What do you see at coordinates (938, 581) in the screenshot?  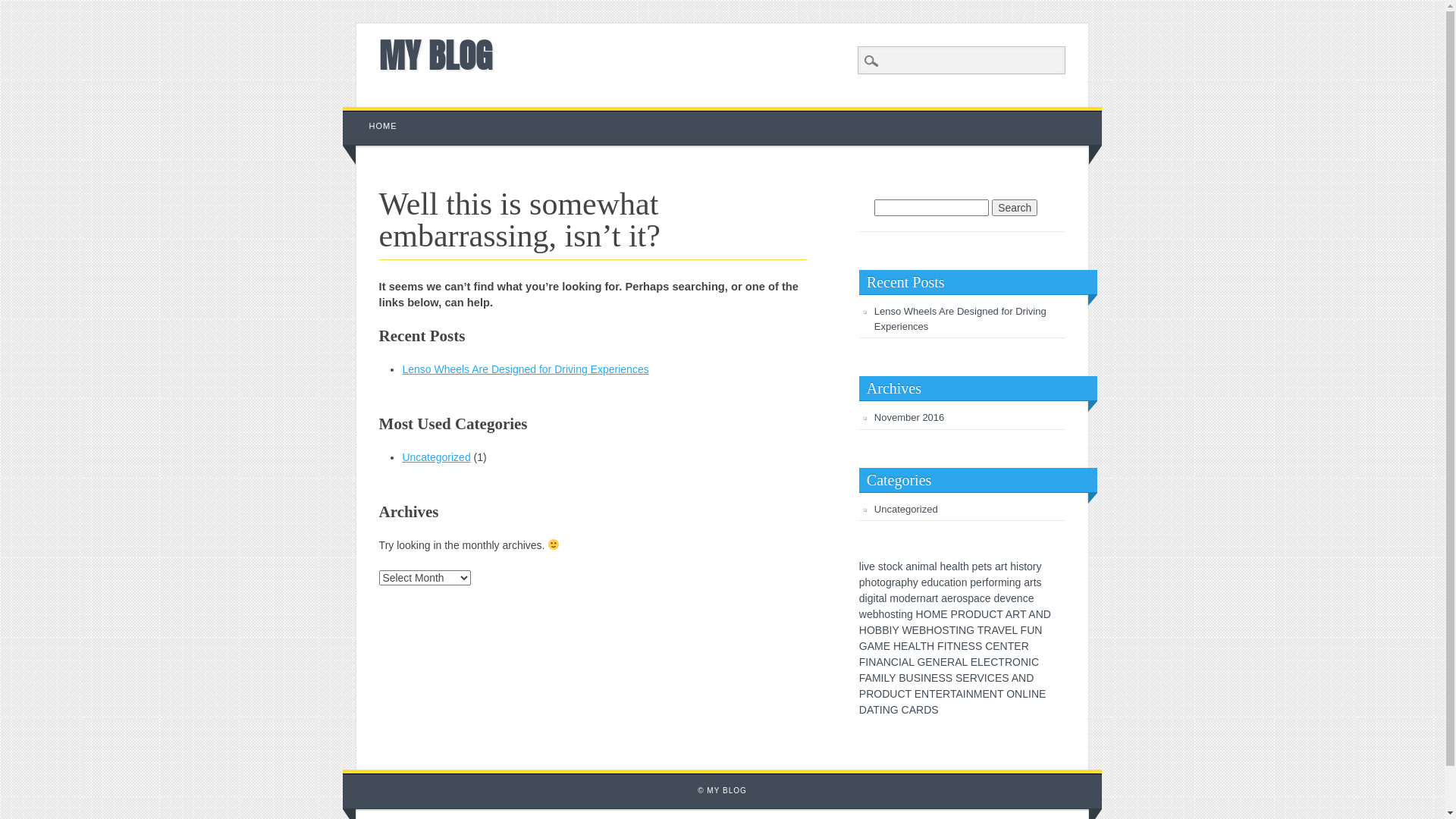 I see `'c'` at bounding box center [938, 581].